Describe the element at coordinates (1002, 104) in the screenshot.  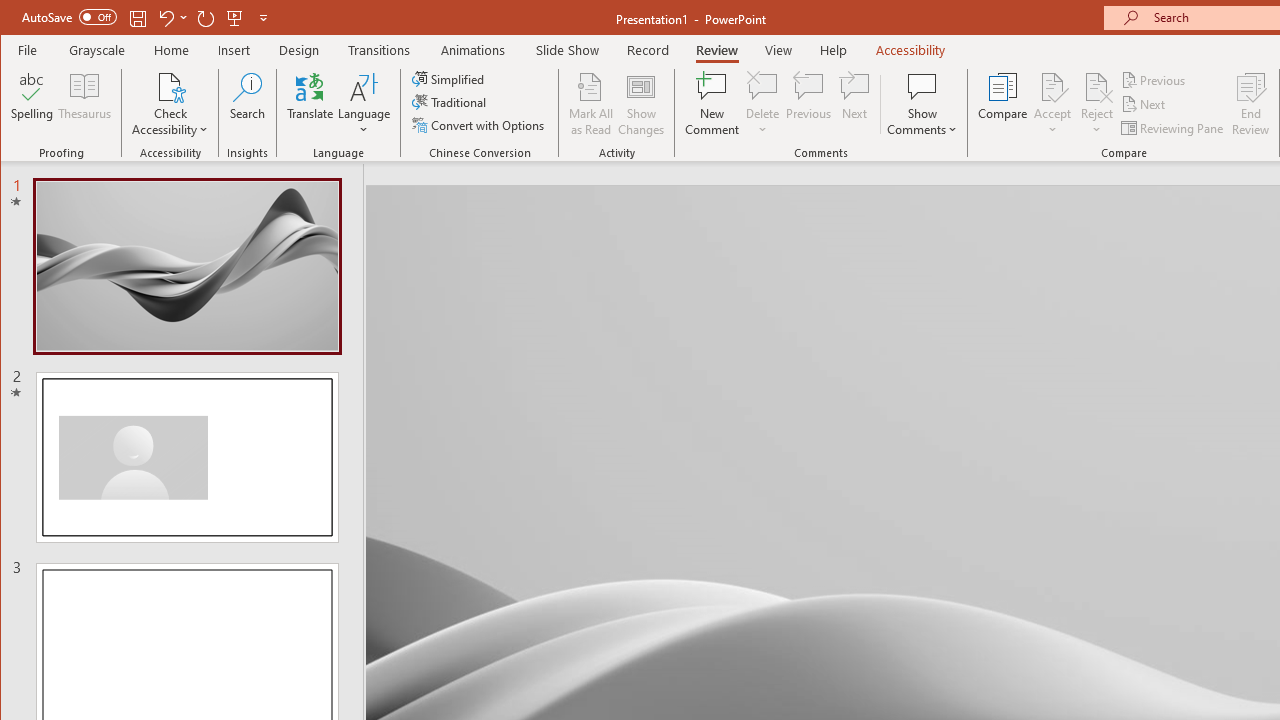
I see `'Compare'` at that location.